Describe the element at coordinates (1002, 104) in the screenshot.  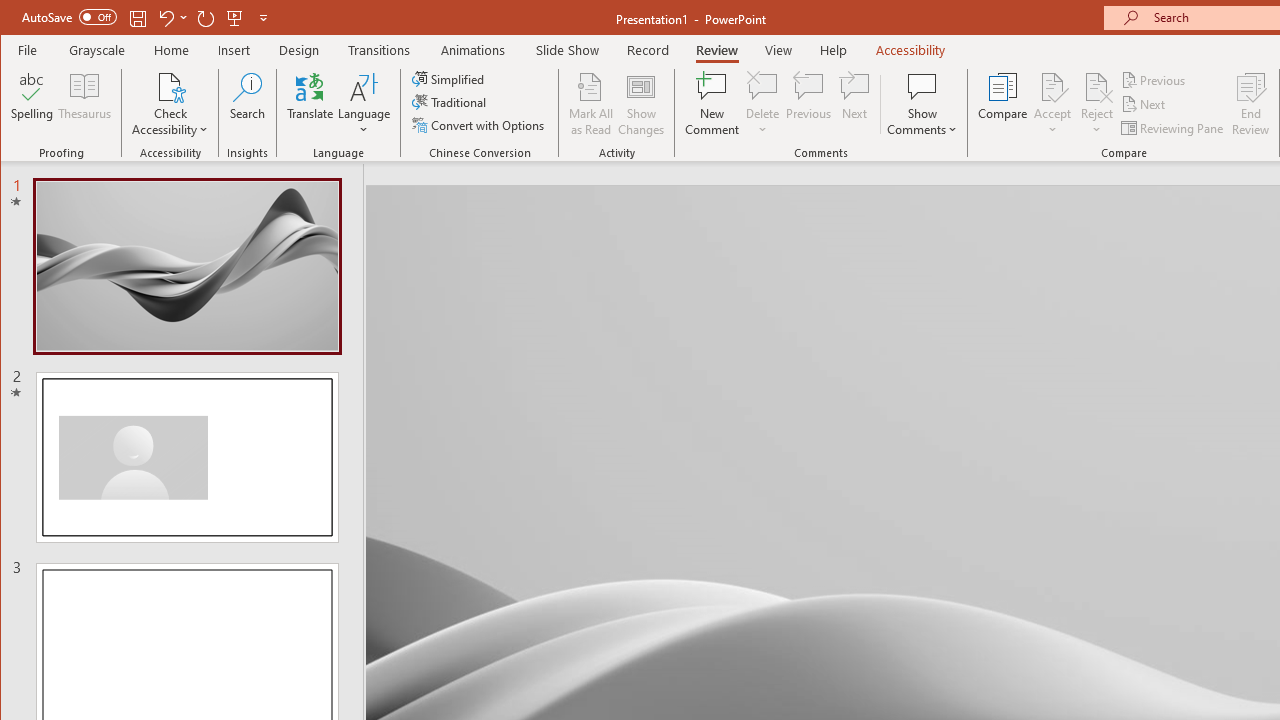
I see `'Compare'` at that location.